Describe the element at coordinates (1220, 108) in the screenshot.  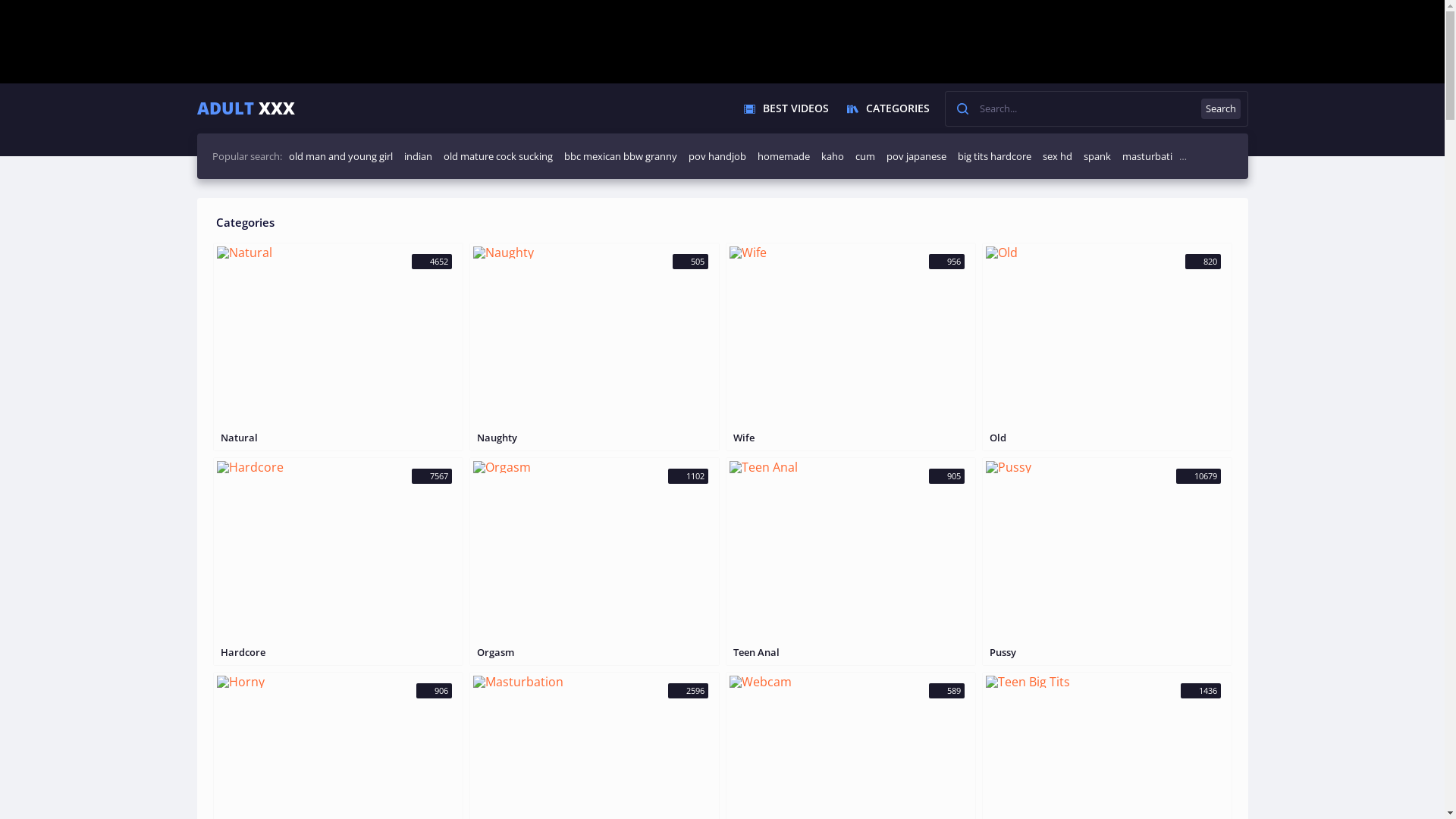
I see `'Search'` at that location.